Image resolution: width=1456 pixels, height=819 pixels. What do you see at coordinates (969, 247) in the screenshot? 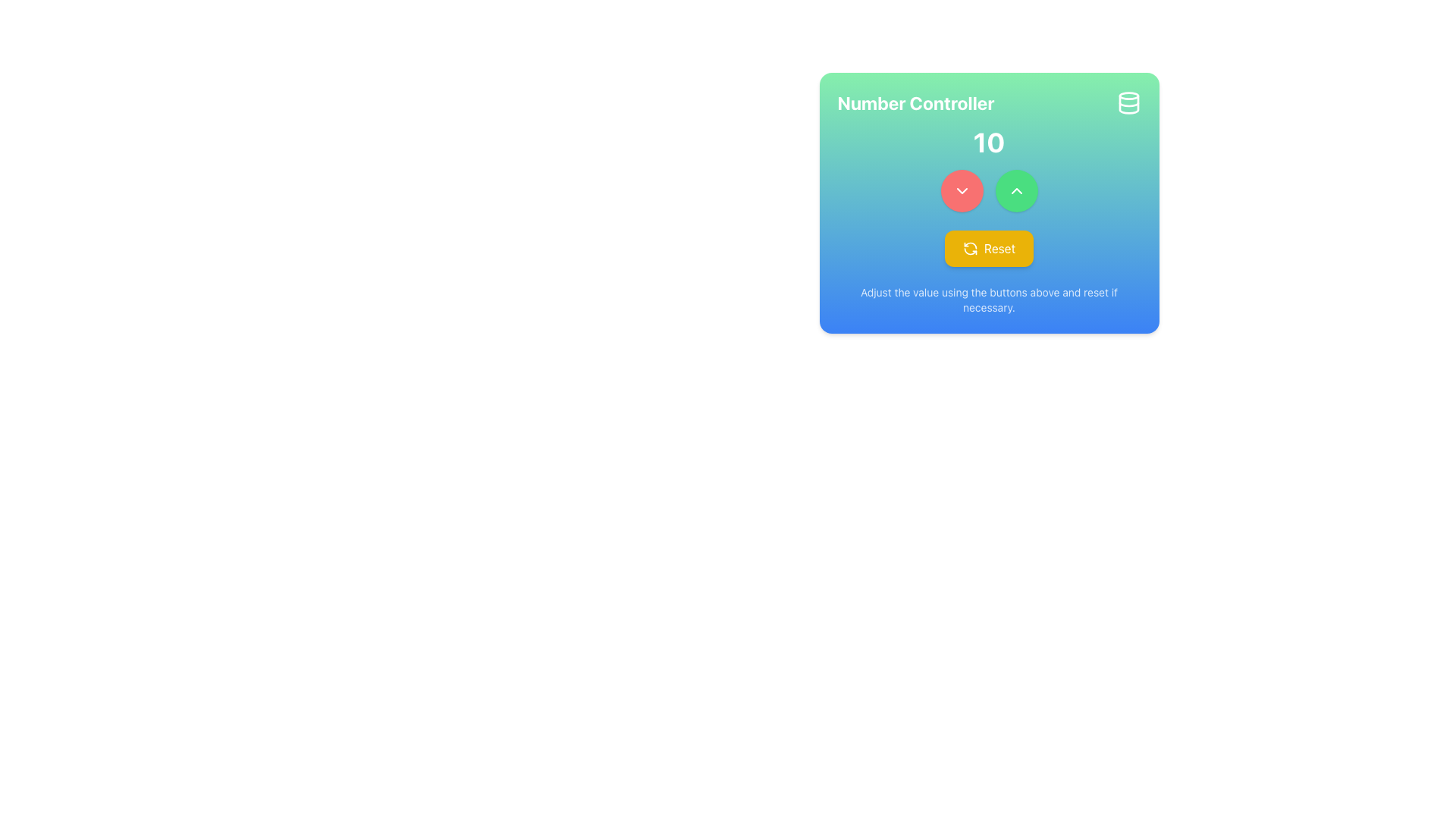
I see `the 'Reset' button which contains the reset icon` at bounding box center [969, 247].